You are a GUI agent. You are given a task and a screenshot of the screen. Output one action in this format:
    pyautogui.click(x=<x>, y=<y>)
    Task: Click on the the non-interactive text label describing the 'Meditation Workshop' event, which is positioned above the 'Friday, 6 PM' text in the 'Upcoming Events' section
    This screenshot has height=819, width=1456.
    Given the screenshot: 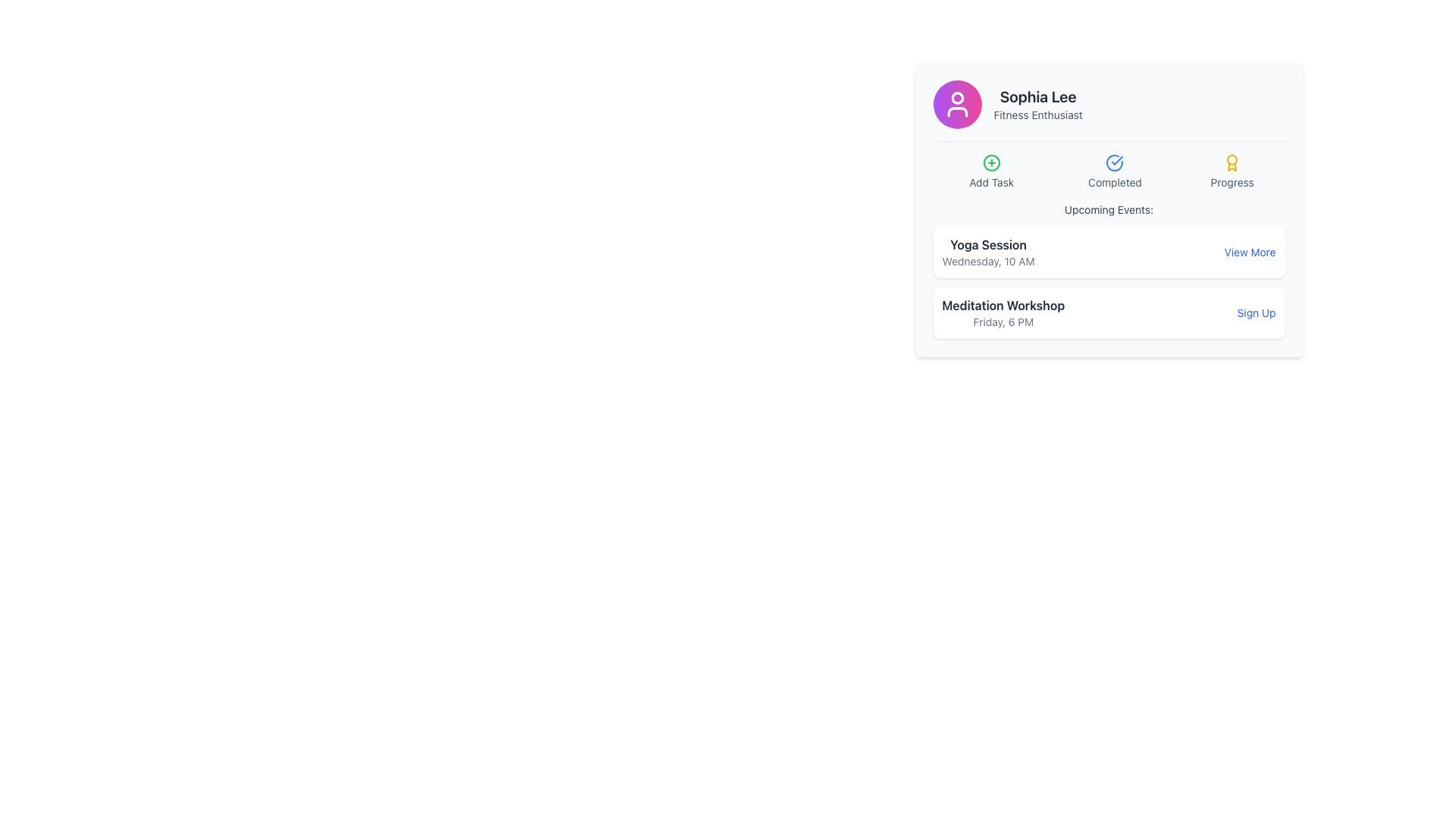 What is the action you would take?
    pyautogui.click(x=1003, y=305)
    